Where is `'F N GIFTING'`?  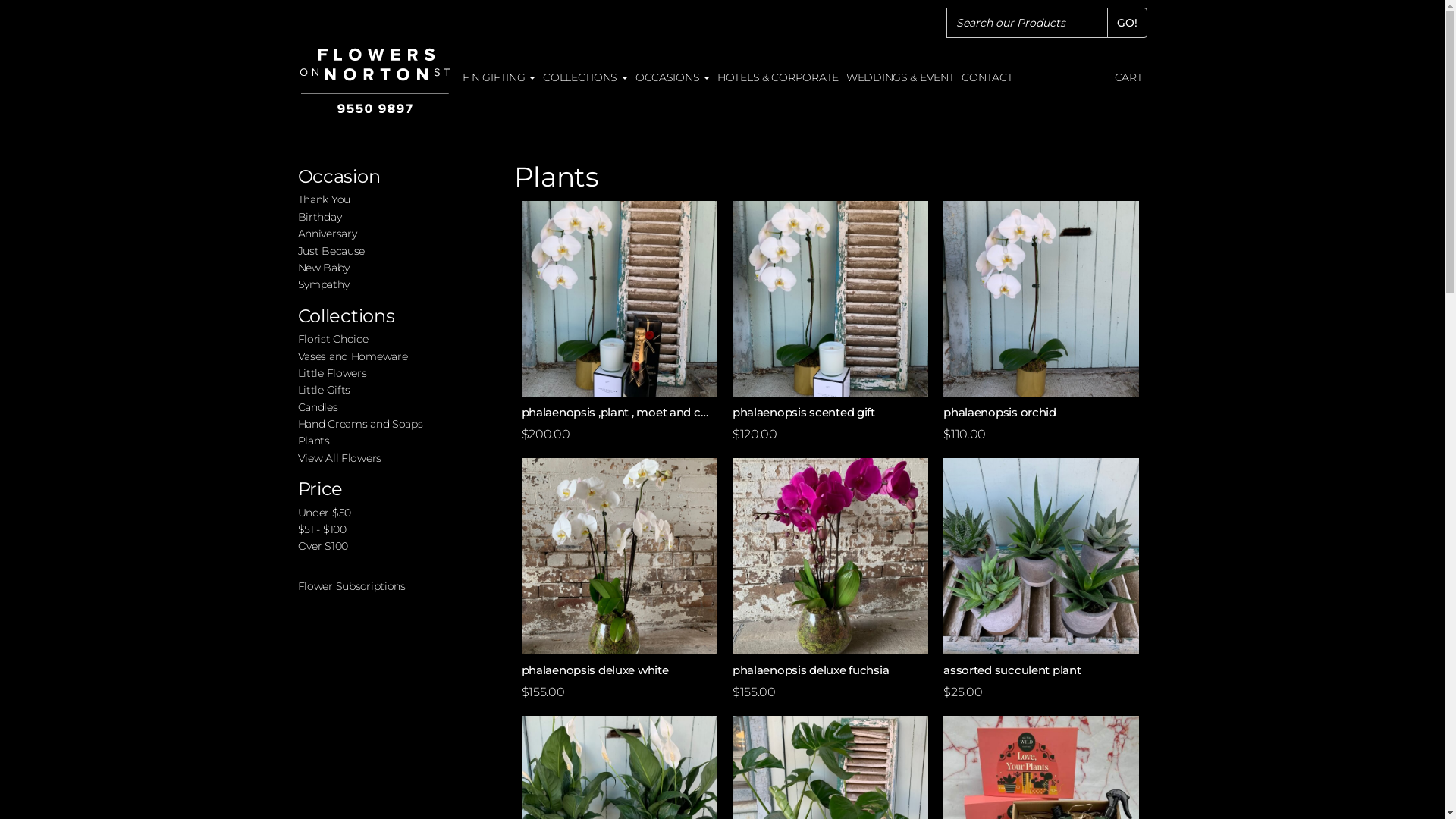 'F N GIFTING' is located at coordinates (498, 77).